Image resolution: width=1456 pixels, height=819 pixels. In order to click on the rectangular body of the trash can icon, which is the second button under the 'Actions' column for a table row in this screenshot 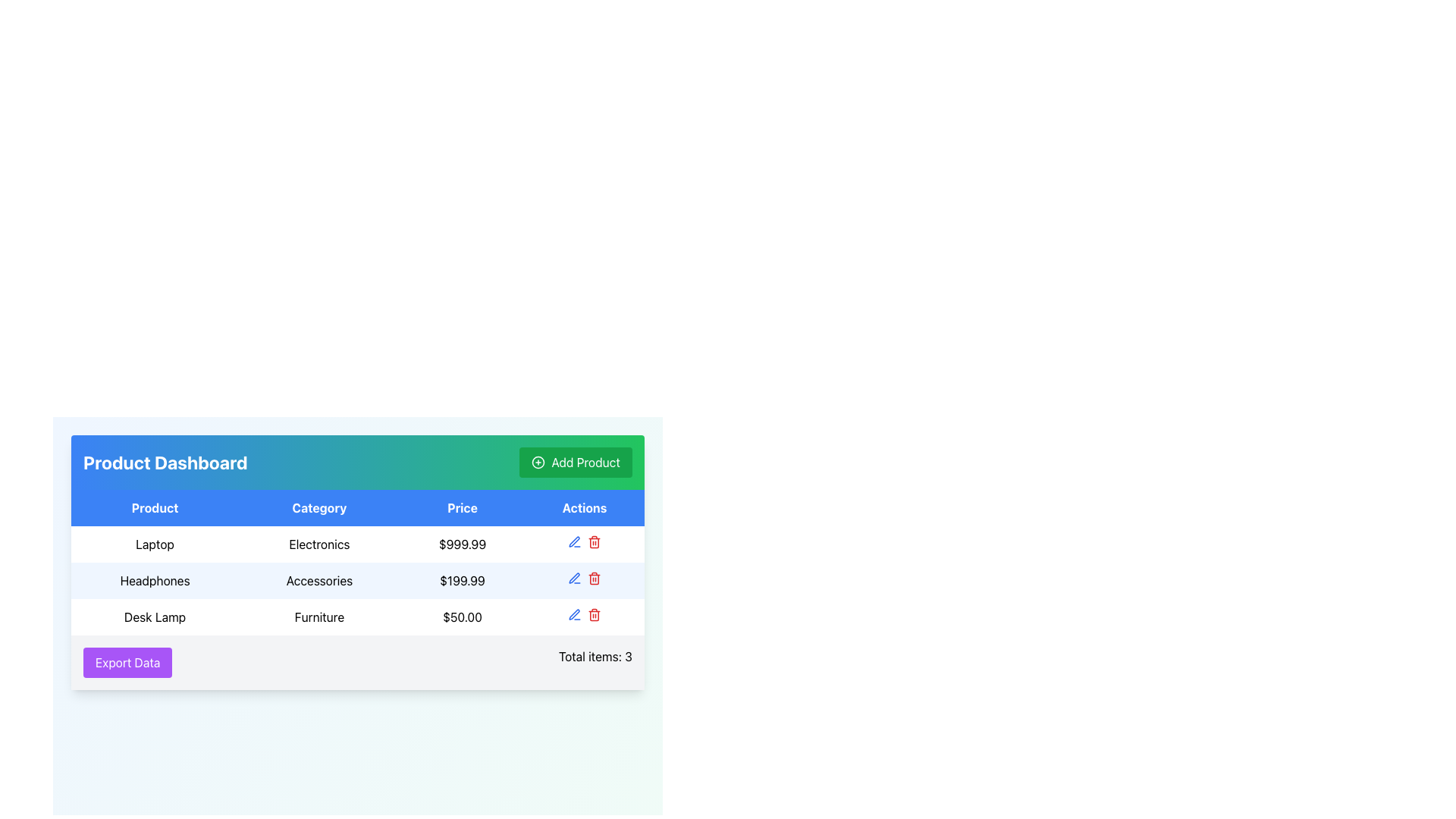, I will do `click(594, 542)`.